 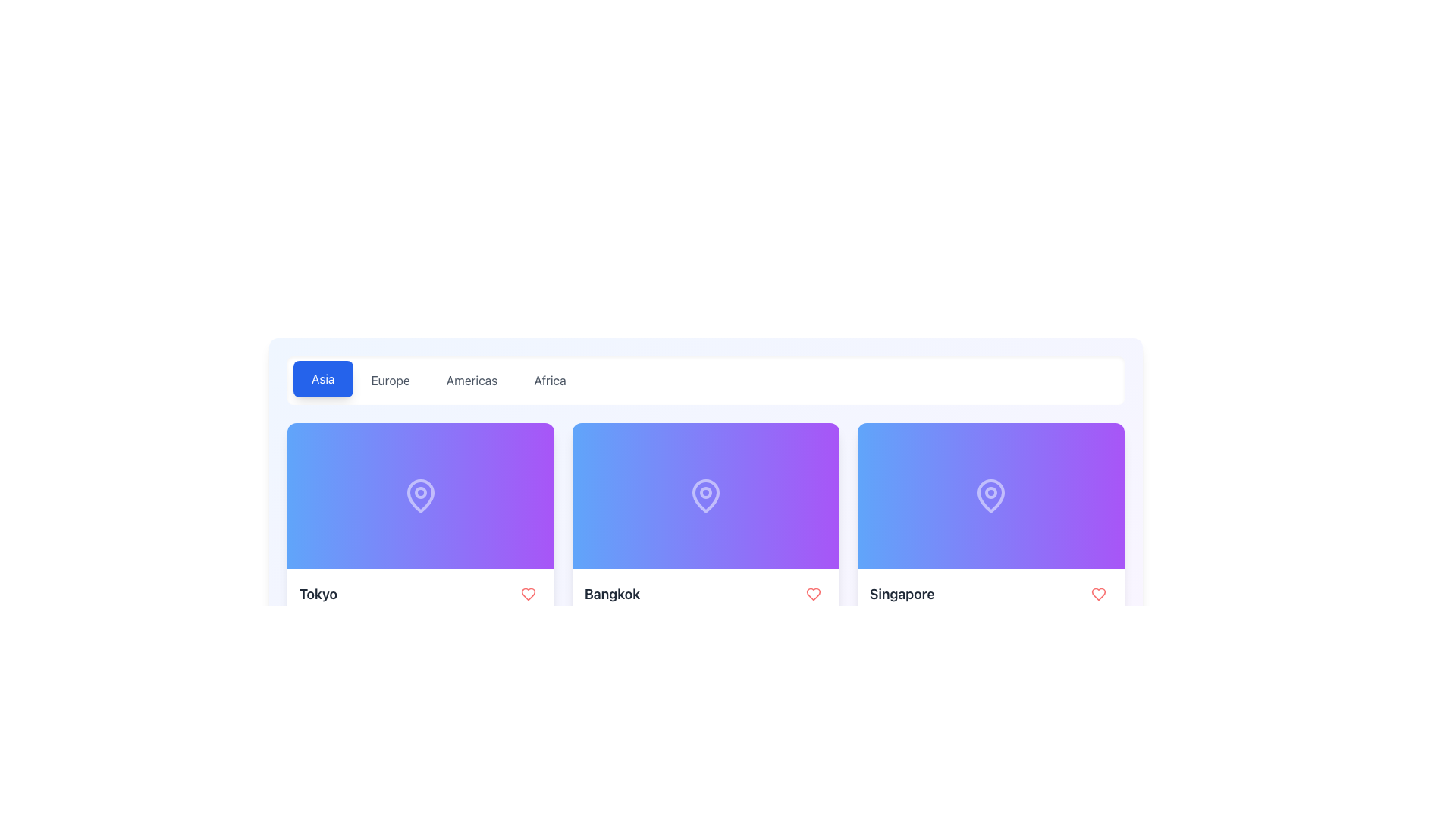 I want to click on the inner circle of the graphical pin in the second card labeled 'Bangkok' to enhance the appearance of the map marker, so click(x=705, y=493).